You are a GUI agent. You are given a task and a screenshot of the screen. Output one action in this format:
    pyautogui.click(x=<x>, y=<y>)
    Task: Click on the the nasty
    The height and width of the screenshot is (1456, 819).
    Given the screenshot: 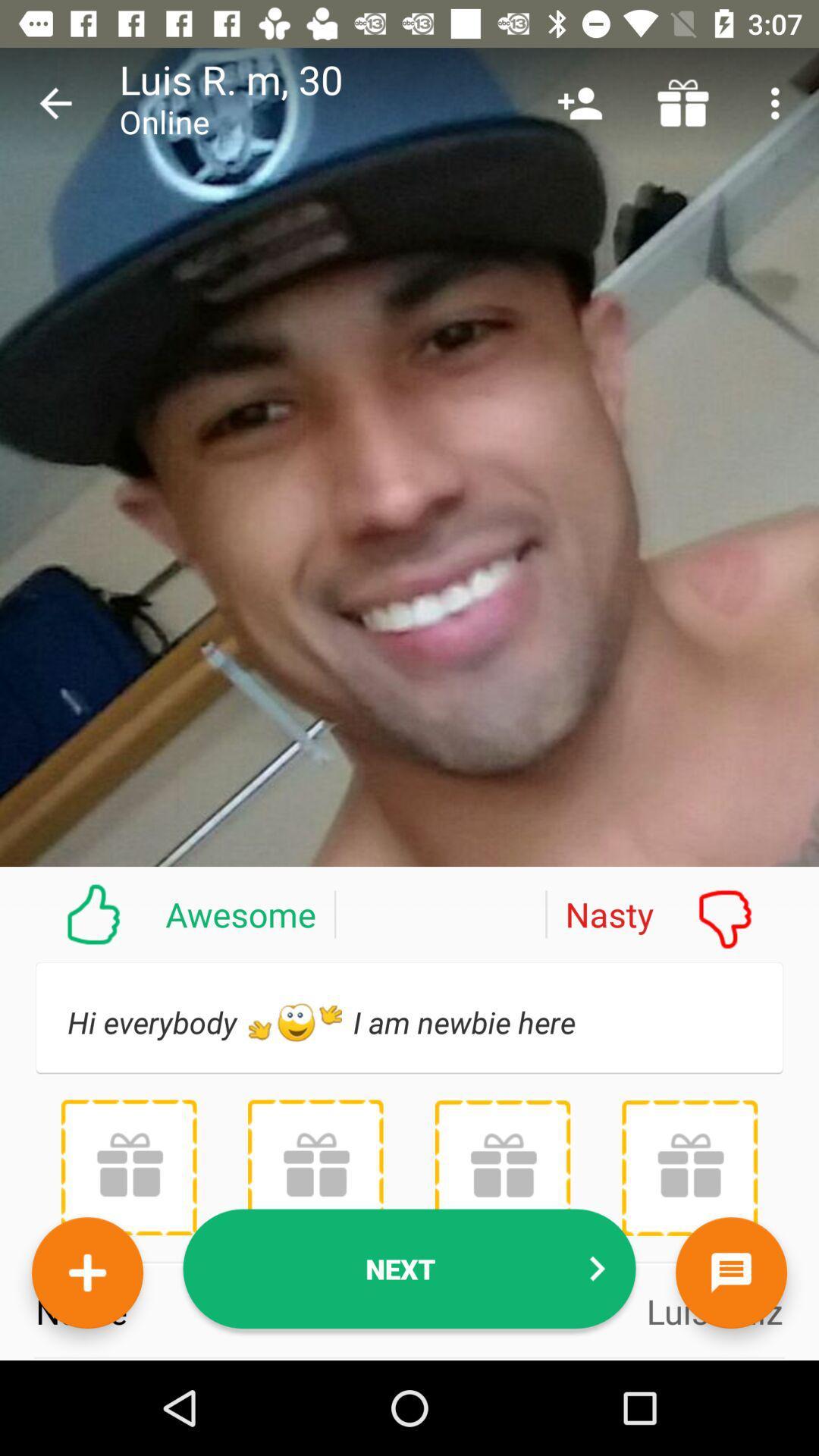 What is the action you would take?
    pyautogui.click(x=681, y=913)
    